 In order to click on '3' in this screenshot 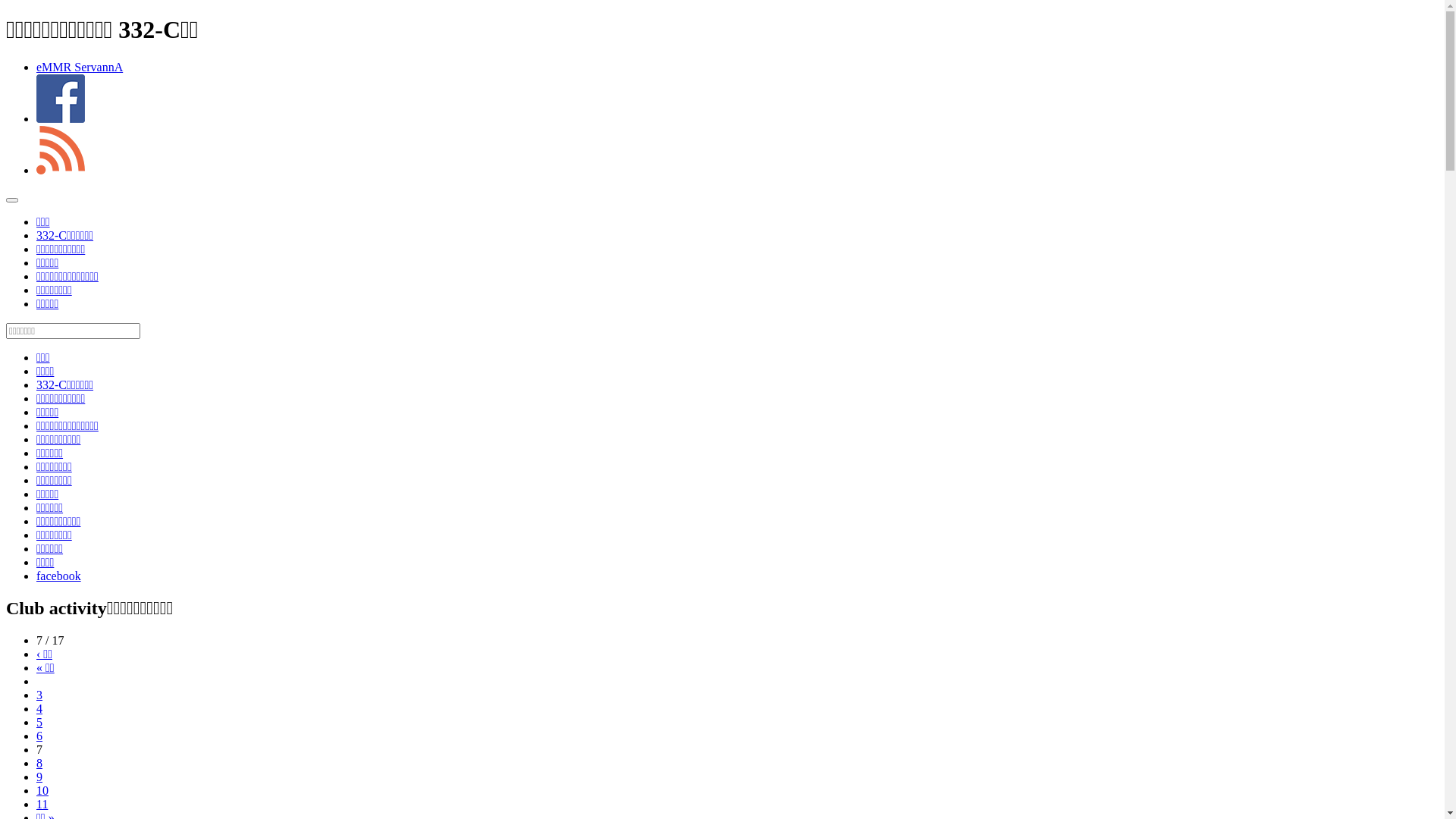, I will do `click(39, 695)`.